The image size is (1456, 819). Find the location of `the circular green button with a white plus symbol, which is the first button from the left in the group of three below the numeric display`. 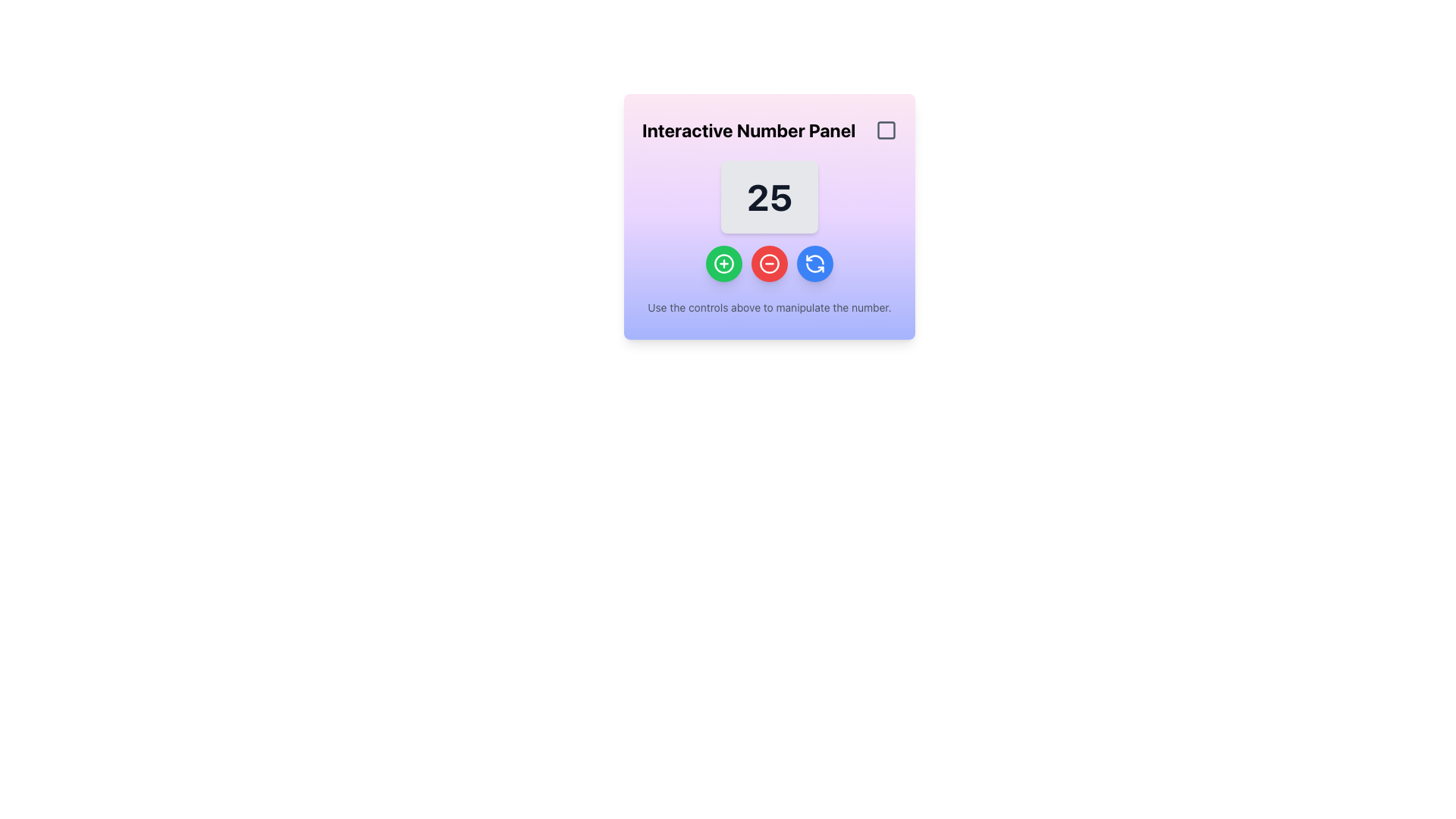

the circular green button with a white plus symbol, which is the first button from the left in the group of three below the numeric display is located at coordinates (723, 262).